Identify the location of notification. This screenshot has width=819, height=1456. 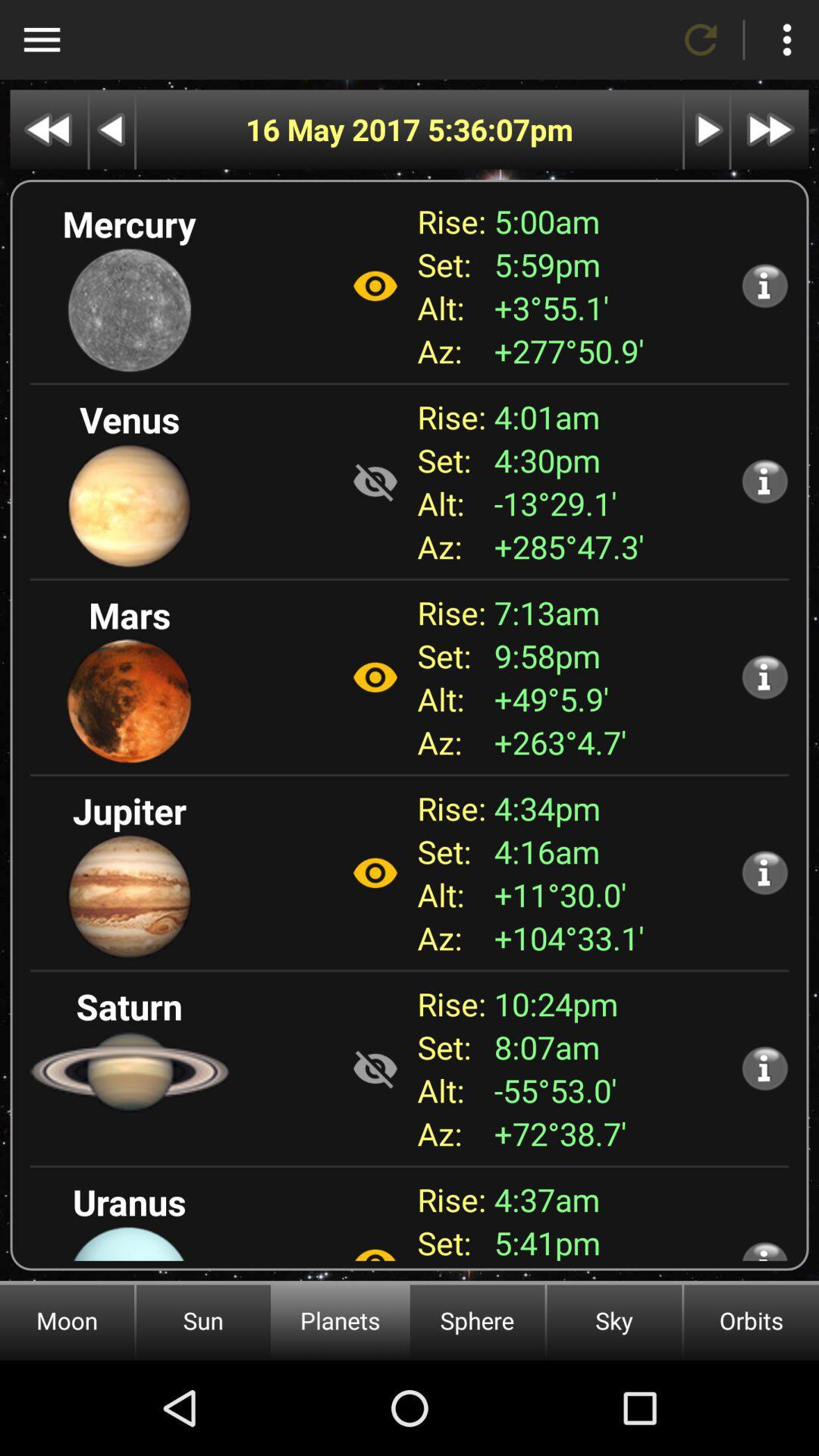
(764, 1250).